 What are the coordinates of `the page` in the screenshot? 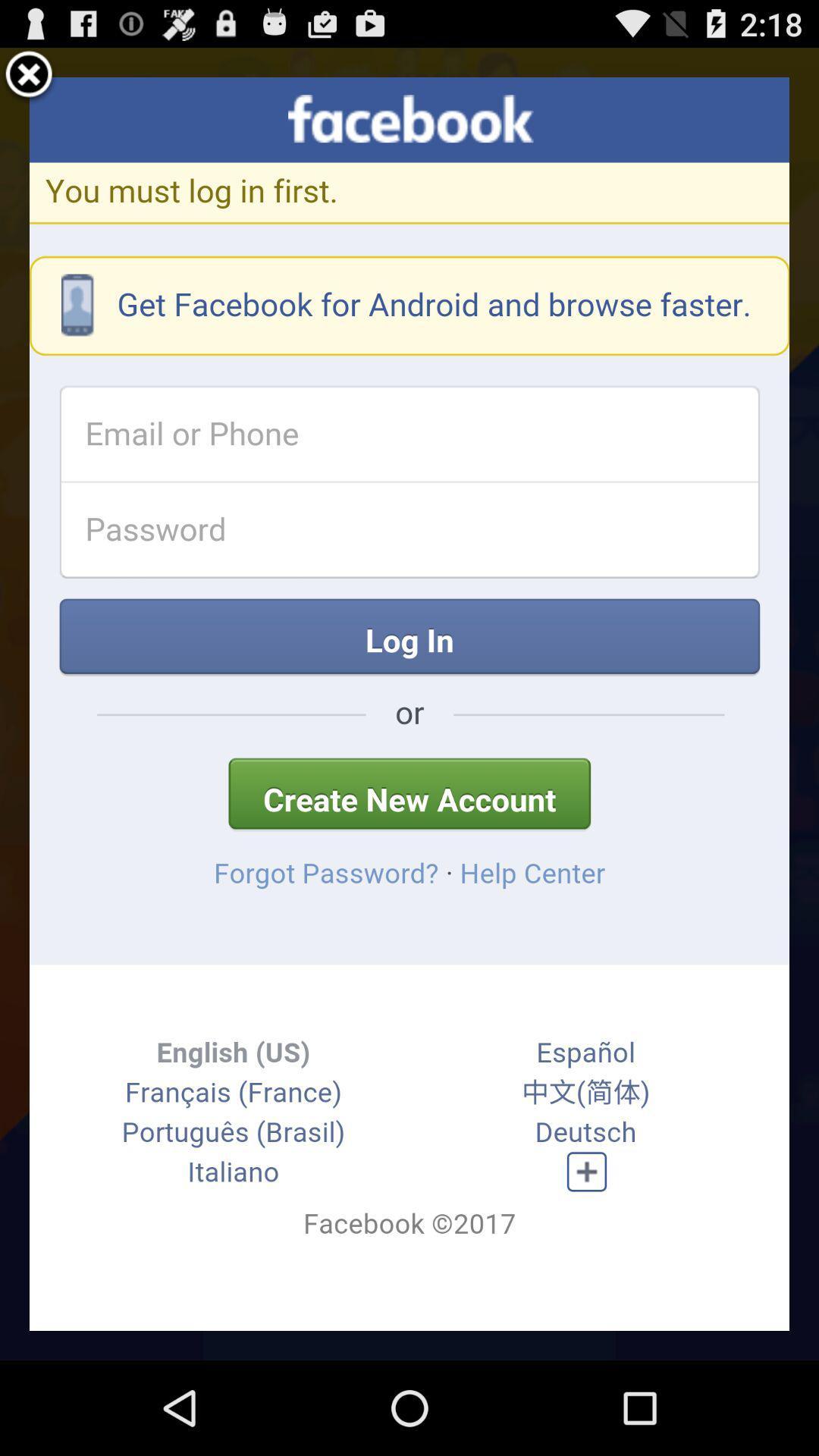 It's located at (29, 76).